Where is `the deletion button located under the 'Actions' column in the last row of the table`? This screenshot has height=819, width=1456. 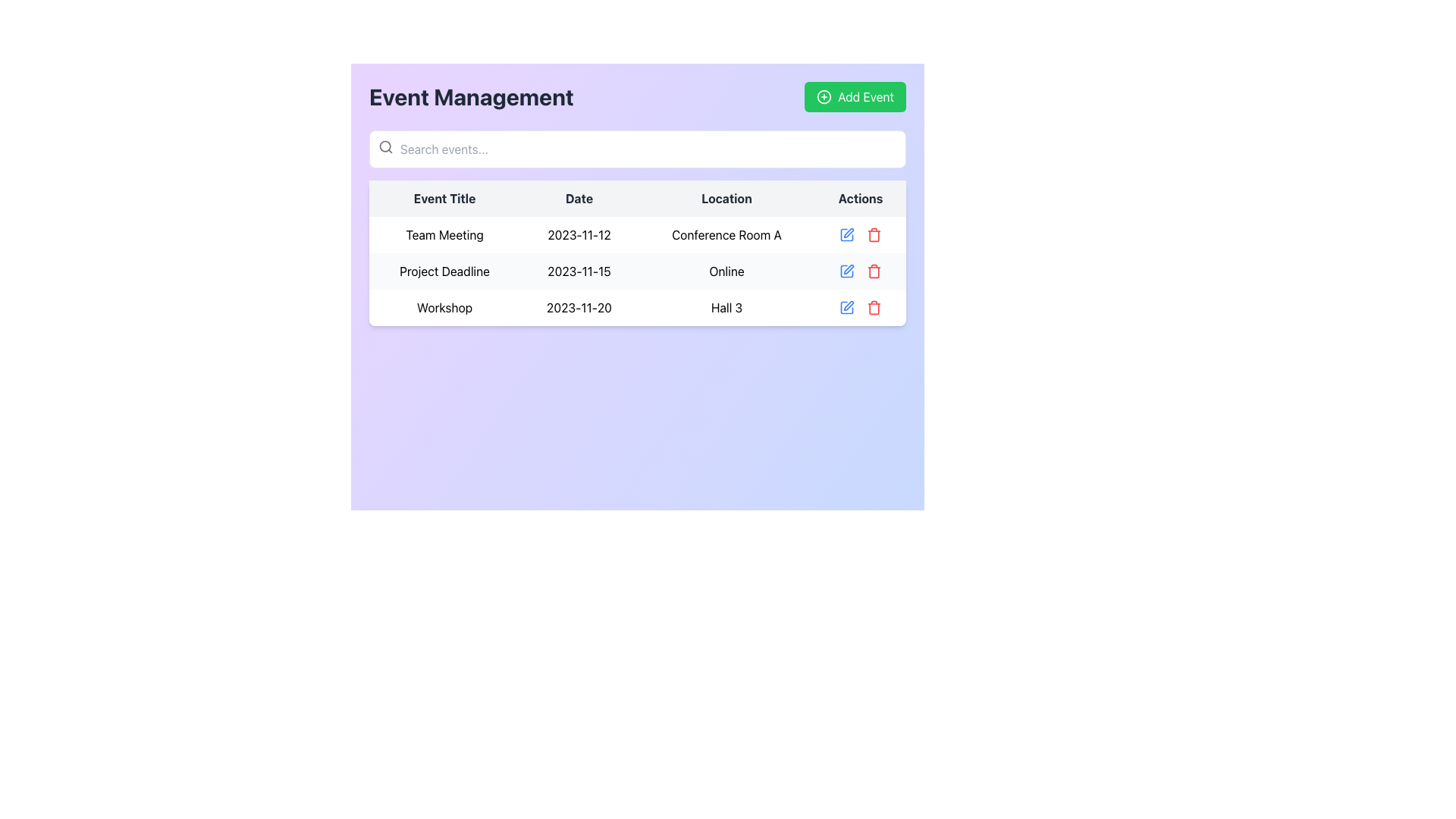 the deletion button located under the 'Actions' column in the last row of the table is located at coordinates (874, 307).